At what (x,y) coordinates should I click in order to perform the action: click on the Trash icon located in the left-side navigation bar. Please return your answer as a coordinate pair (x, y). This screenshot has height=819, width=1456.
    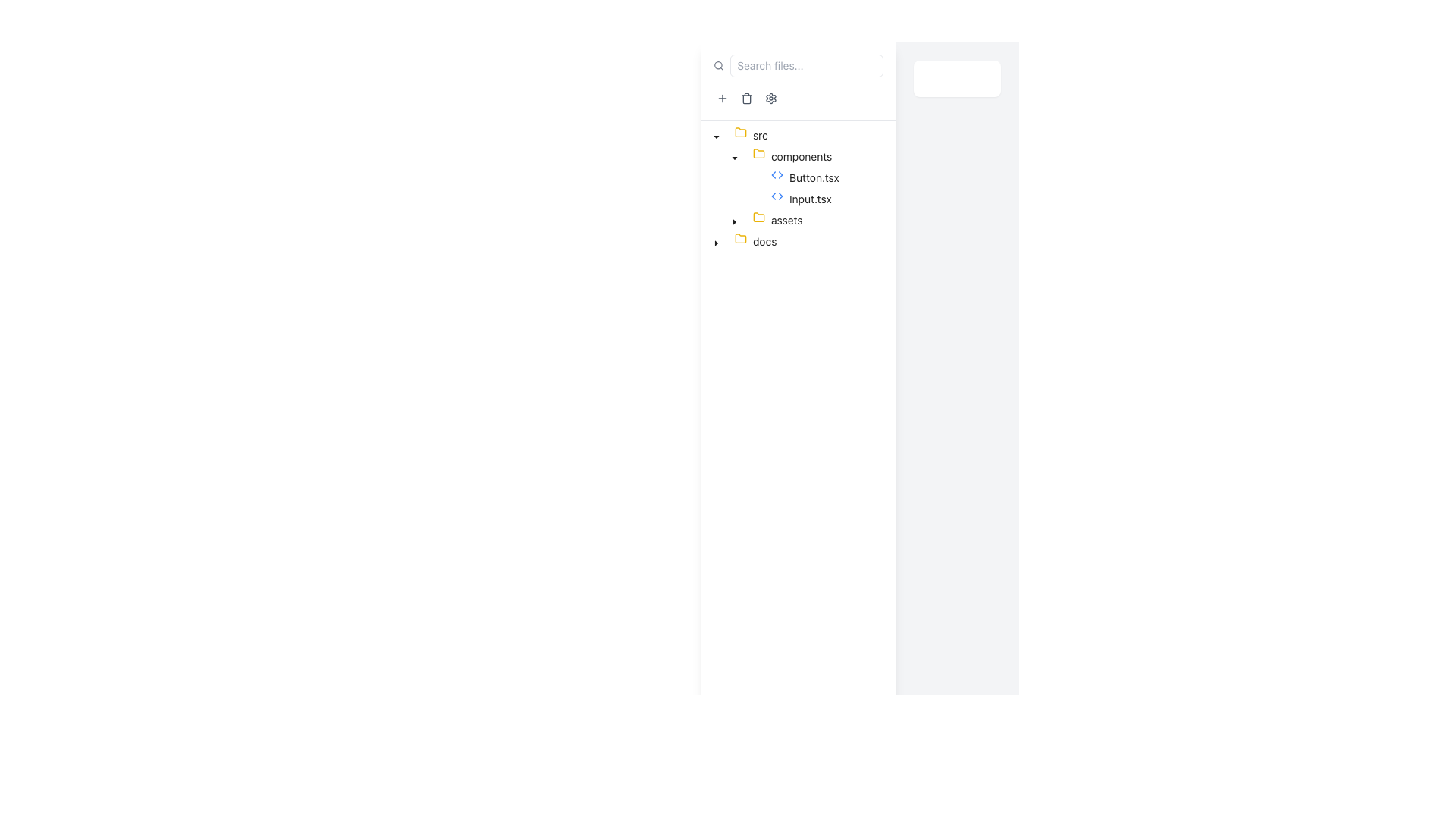
    Looking at the image, I should click on (746, 99).